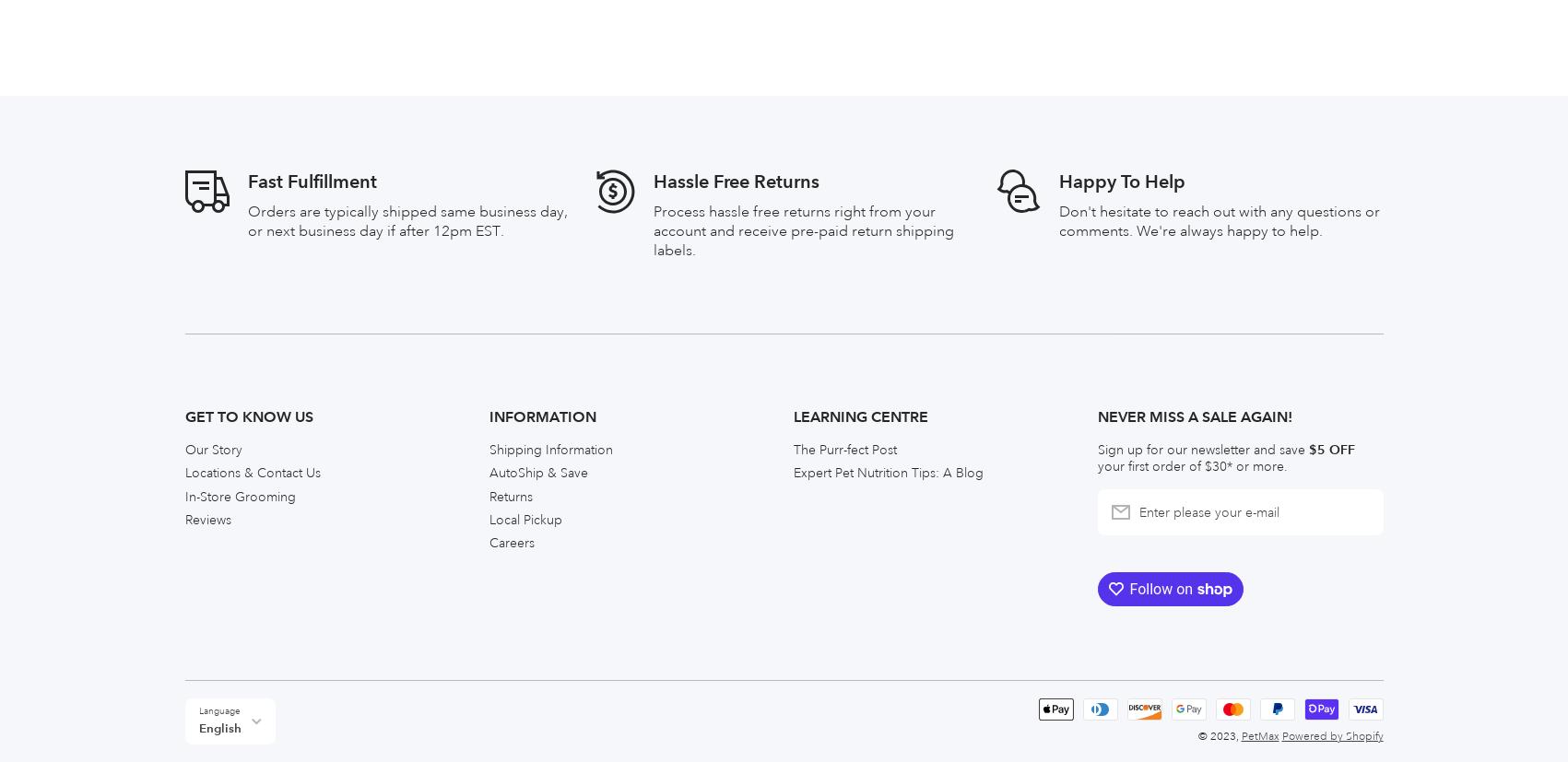  Describe the element at coordinates (211, 33) in the screenshot. I see `'Our Story'` at that location.